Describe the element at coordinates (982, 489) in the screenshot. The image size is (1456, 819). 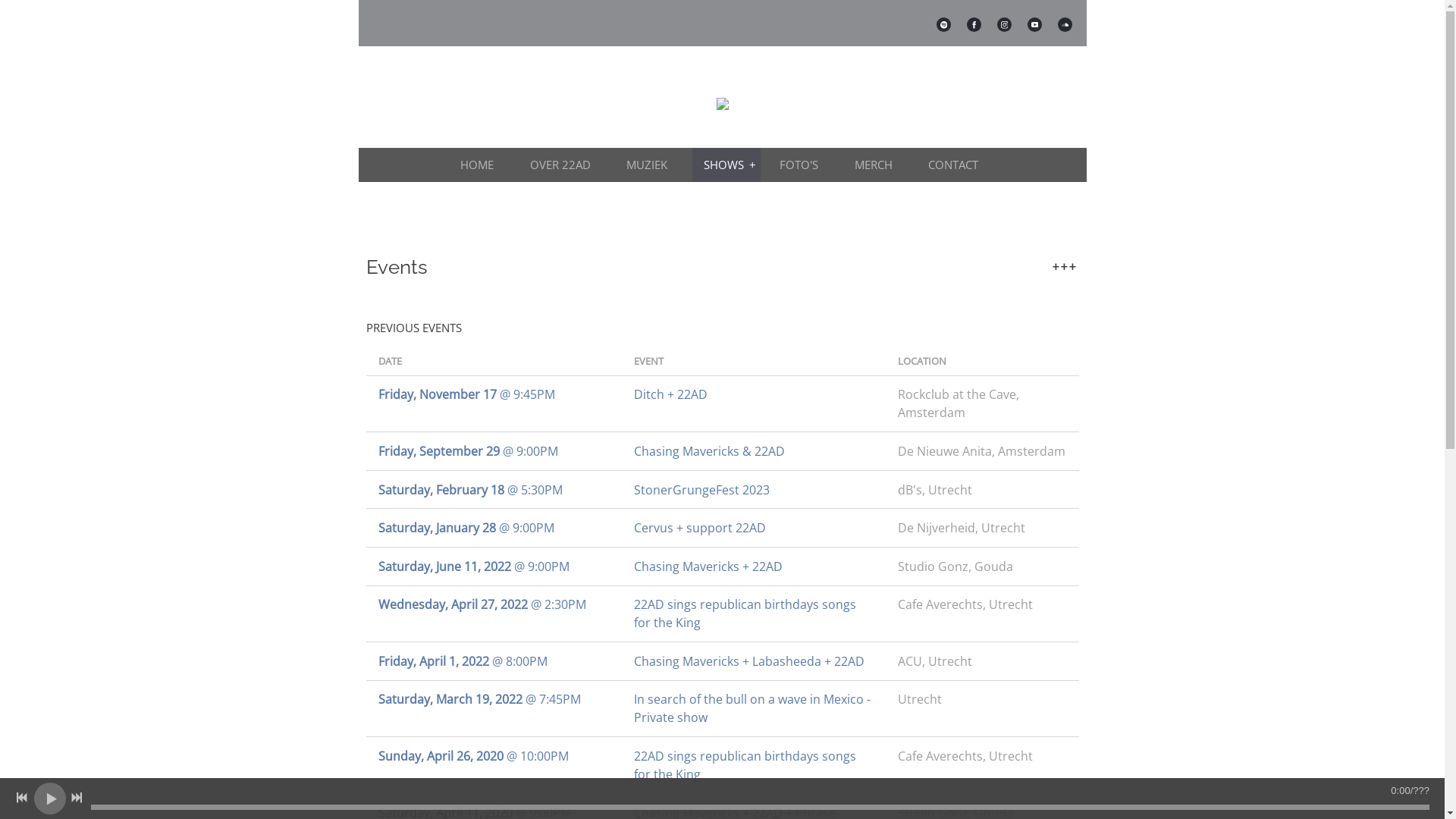
I see `'dB's, Utrecht'` at that location.